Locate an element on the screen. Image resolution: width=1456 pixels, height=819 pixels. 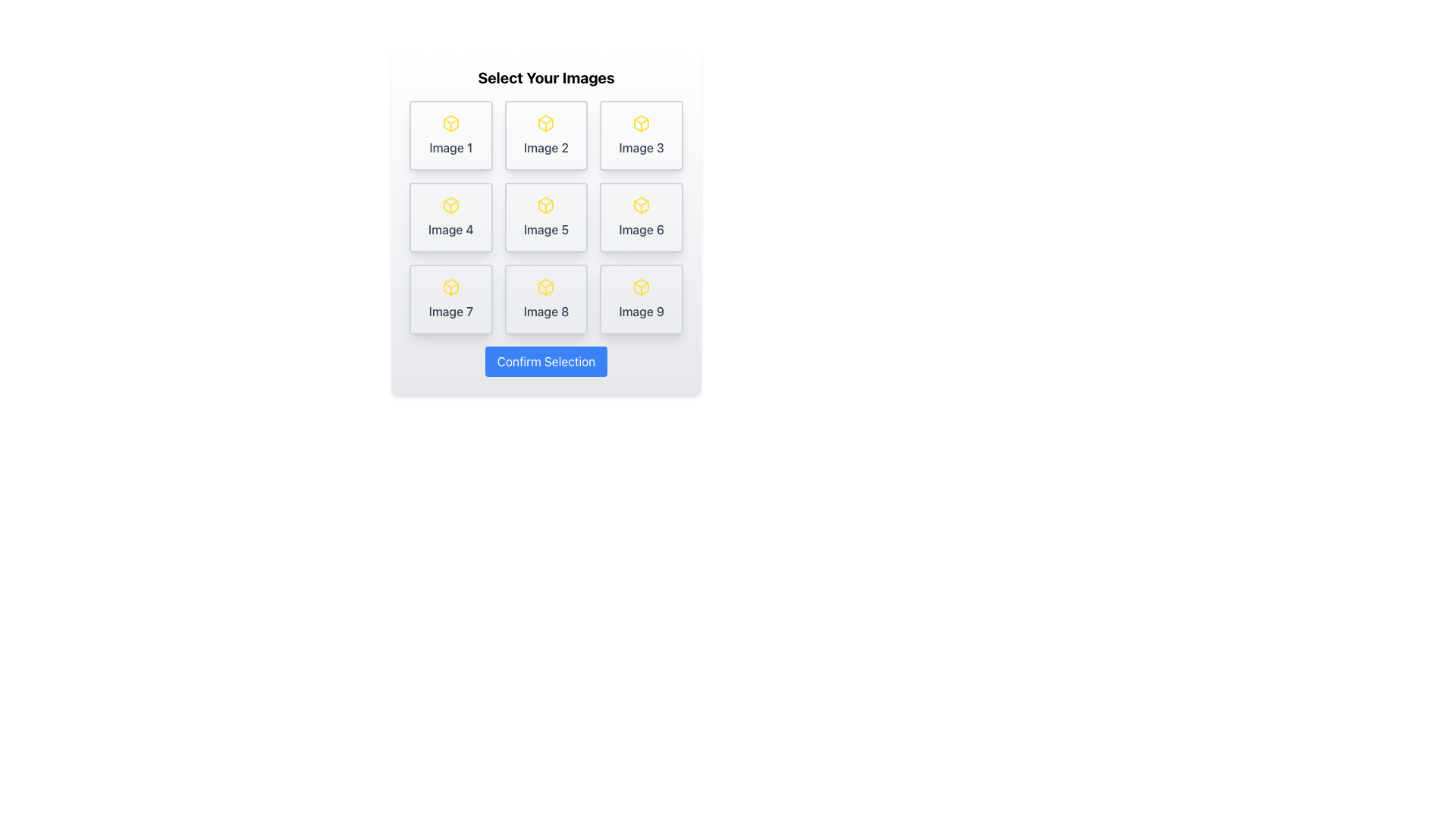
the yellow 3D box icon located is located at coordinates (642, 205).